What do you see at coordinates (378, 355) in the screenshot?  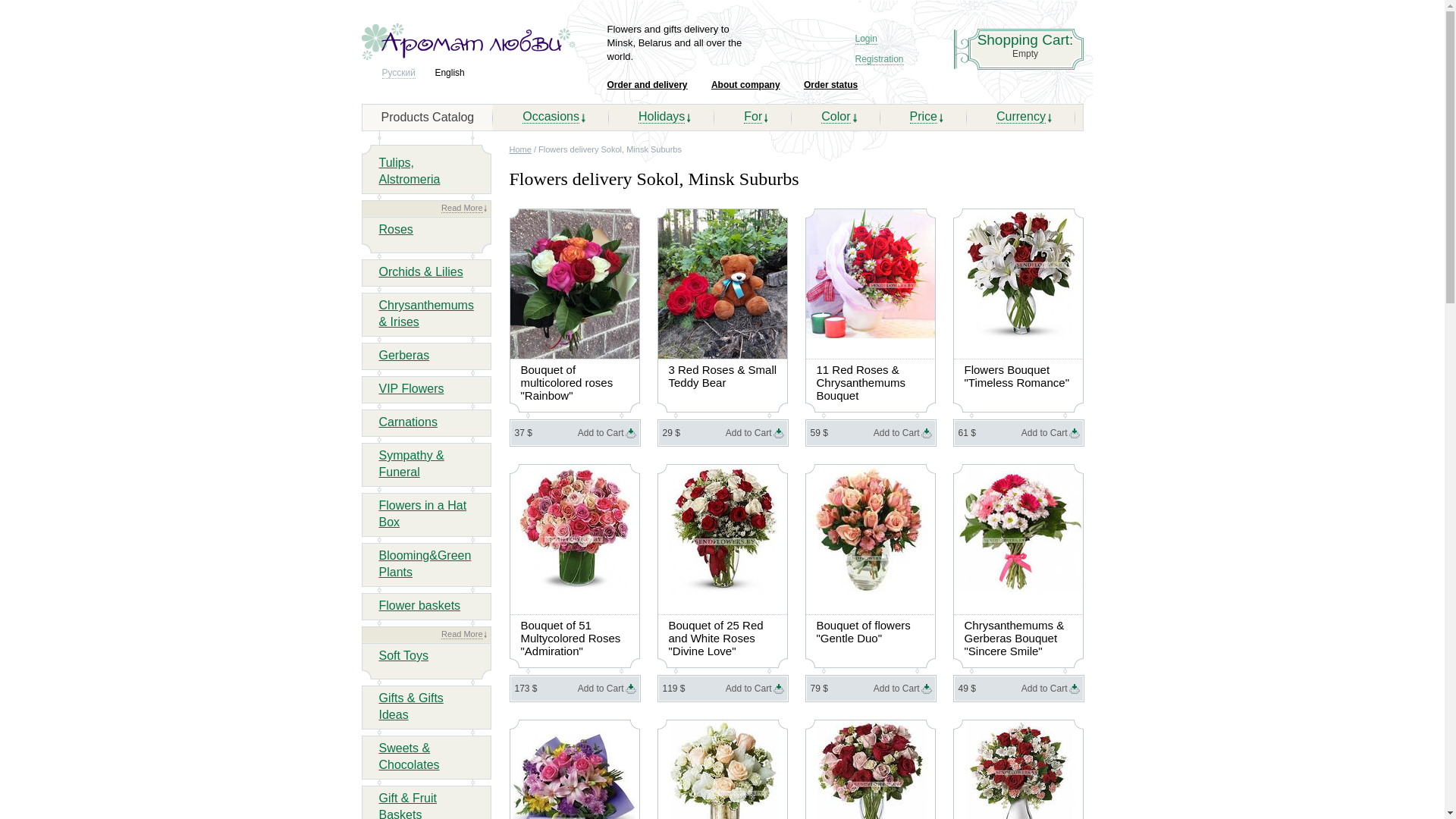 I see `'Gerberas'` at bounding box center [378, 355].